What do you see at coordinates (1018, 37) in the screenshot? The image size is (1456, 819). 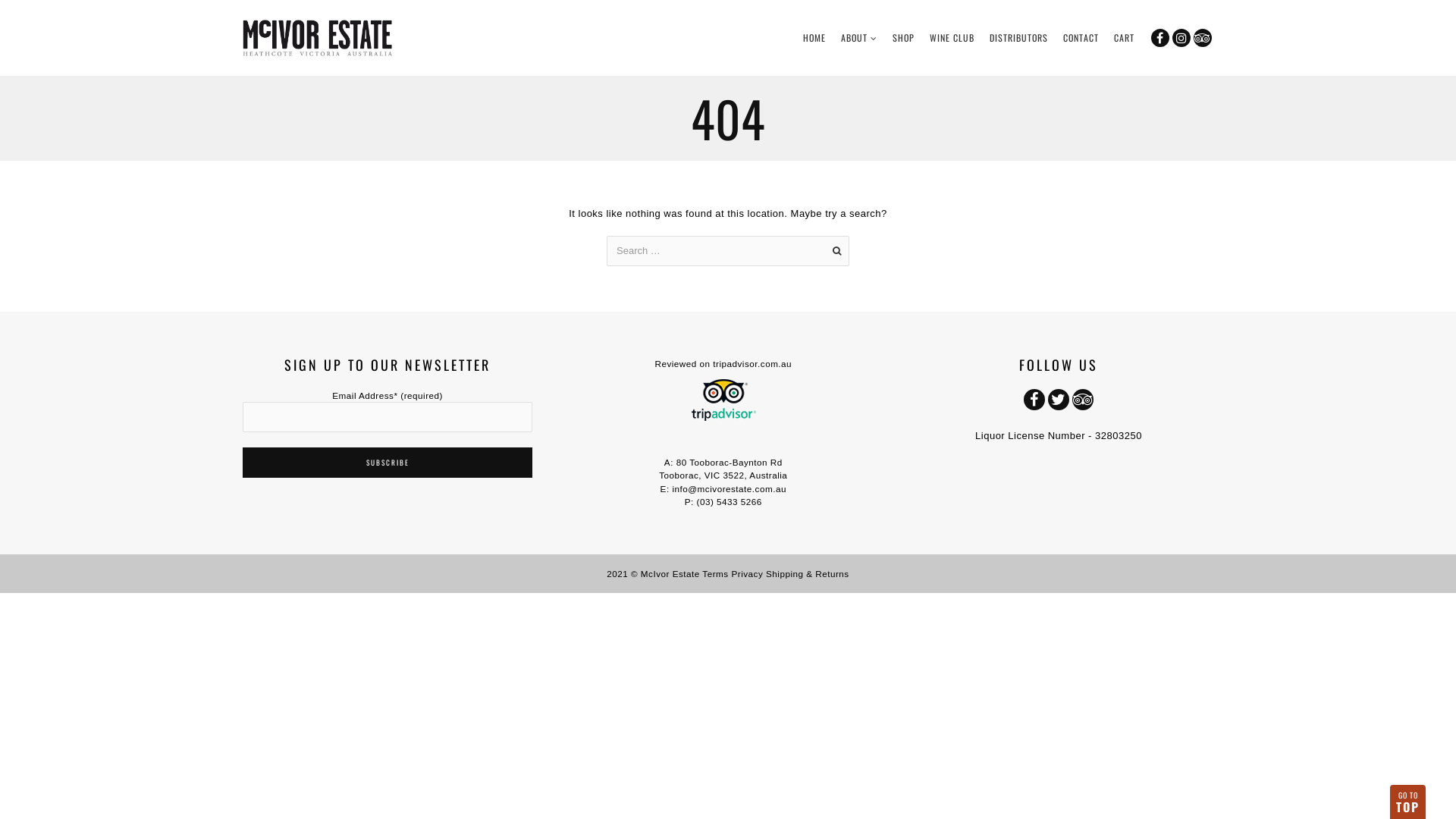 I see `'DISTRIBUTORS'` at bounding box center [1018, 37].